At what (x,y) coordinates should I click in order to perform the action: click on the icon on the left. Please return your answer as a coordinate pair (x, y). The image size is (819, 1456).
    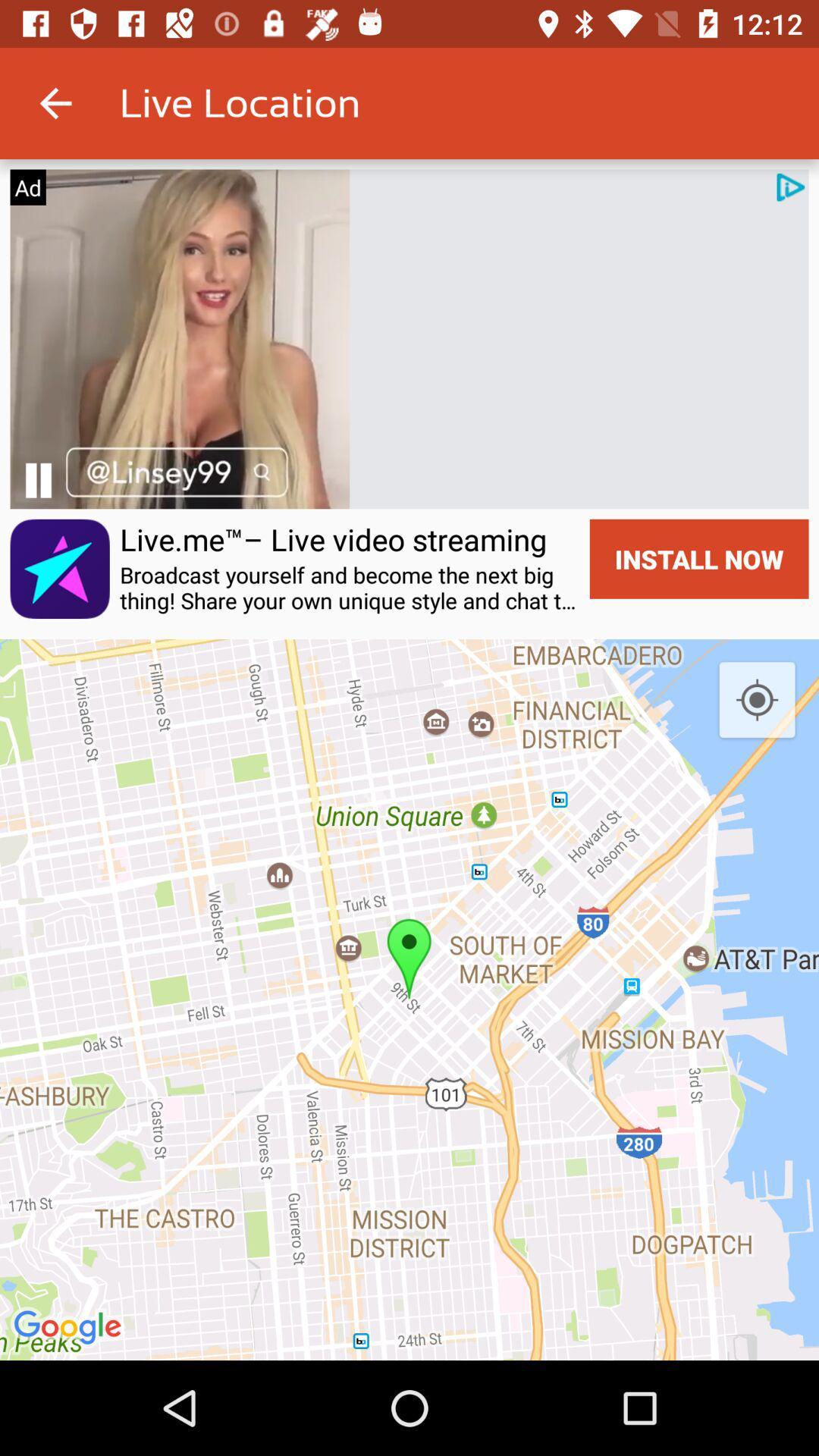
    Looking at the image, I should click on (59, 568).